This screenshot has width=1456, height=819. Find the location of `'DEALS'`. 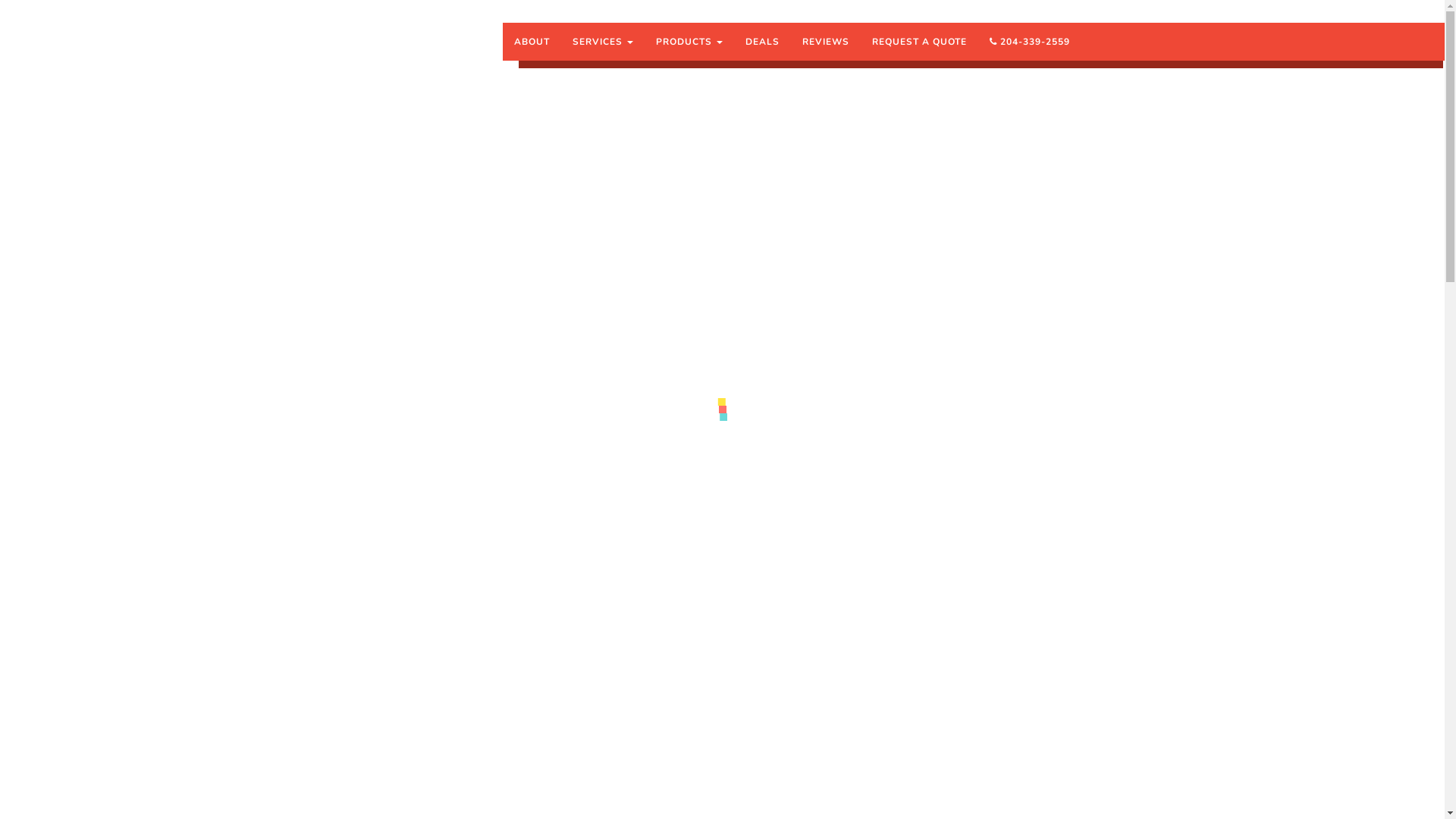

'DEALS' is located at coordinates (762, 40).